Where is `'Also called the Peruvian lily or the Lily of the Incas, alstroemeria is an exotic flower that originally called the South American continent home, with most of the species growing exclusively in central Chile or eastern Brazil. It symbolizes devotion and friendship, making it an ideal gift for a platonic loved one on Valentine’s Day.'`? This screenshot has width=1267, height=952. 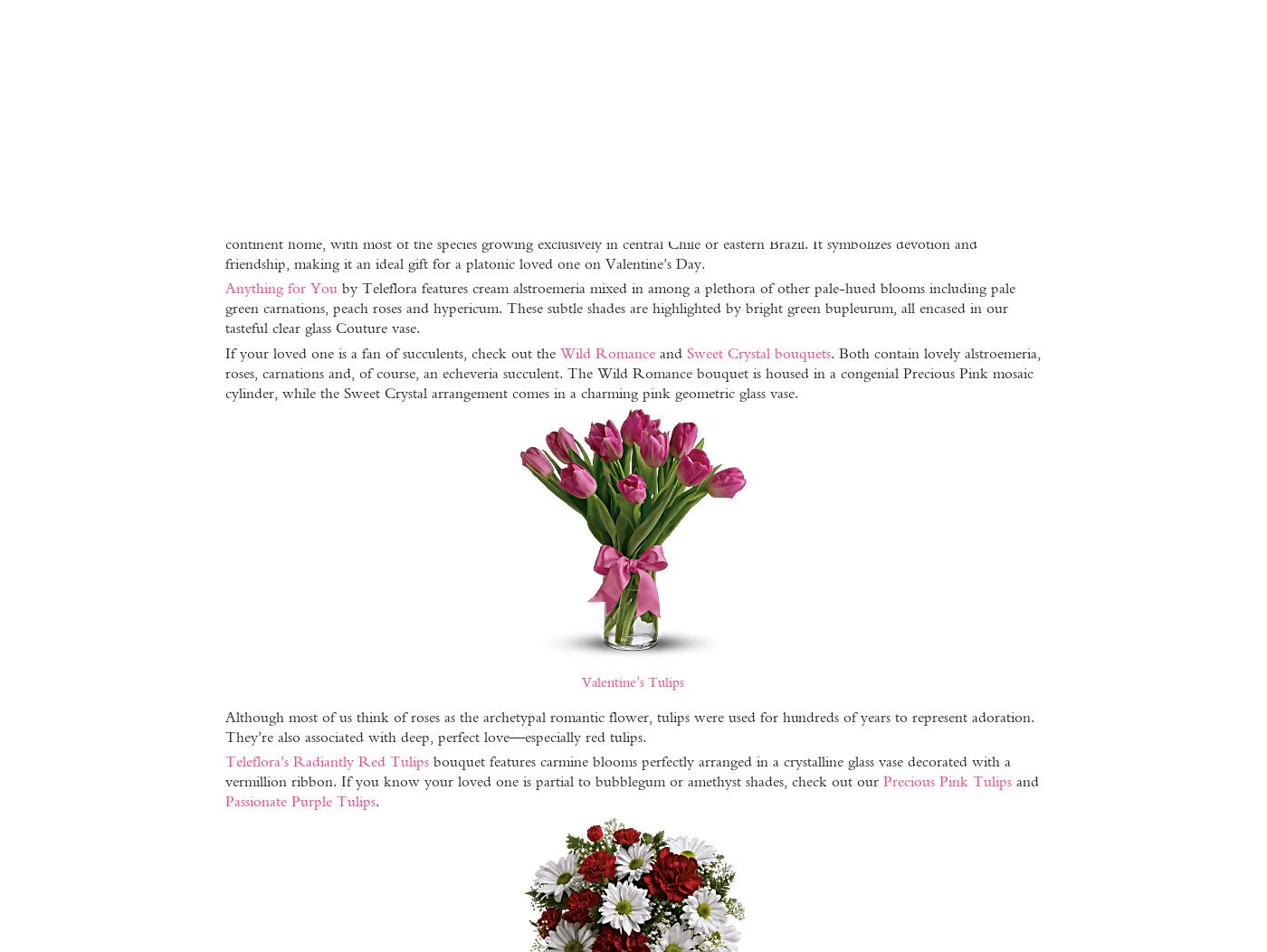
'Also called the Peruvian lily or the Lily of the Incas, alstroemeria is an exotic flower that originally called the South American continent home, with most of the species growing exclusively in central Chile or eastern Brazil. It symbolizes devotion and friendship, making it an ideal gift for a platonic loved one on Valentine’s Day.' is located at coordinates (608, 243).